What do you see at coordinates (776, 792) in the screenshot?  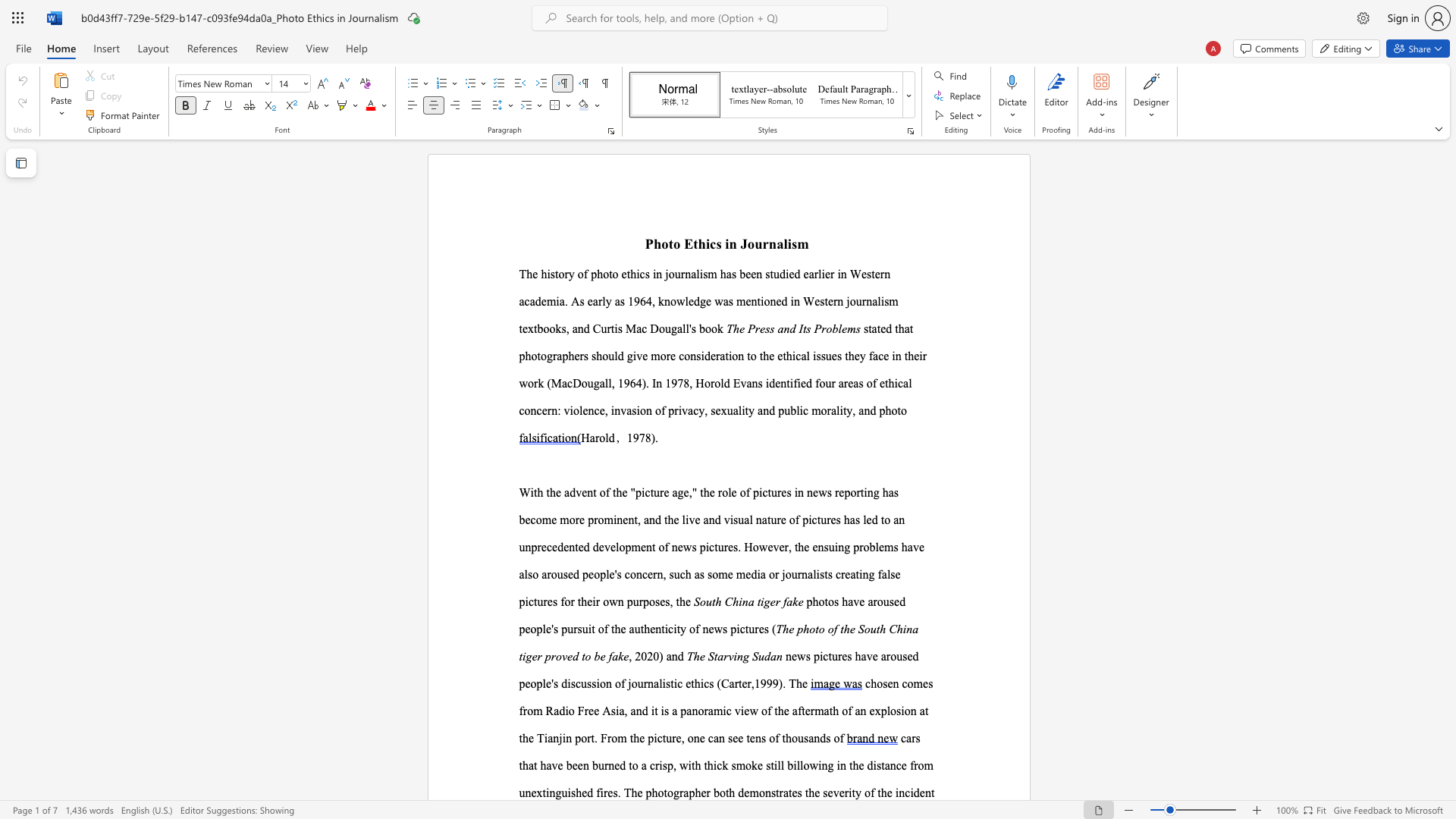 I see `the subset text "trat" within the text "demonstrates"` at bounding box center [776, 792].